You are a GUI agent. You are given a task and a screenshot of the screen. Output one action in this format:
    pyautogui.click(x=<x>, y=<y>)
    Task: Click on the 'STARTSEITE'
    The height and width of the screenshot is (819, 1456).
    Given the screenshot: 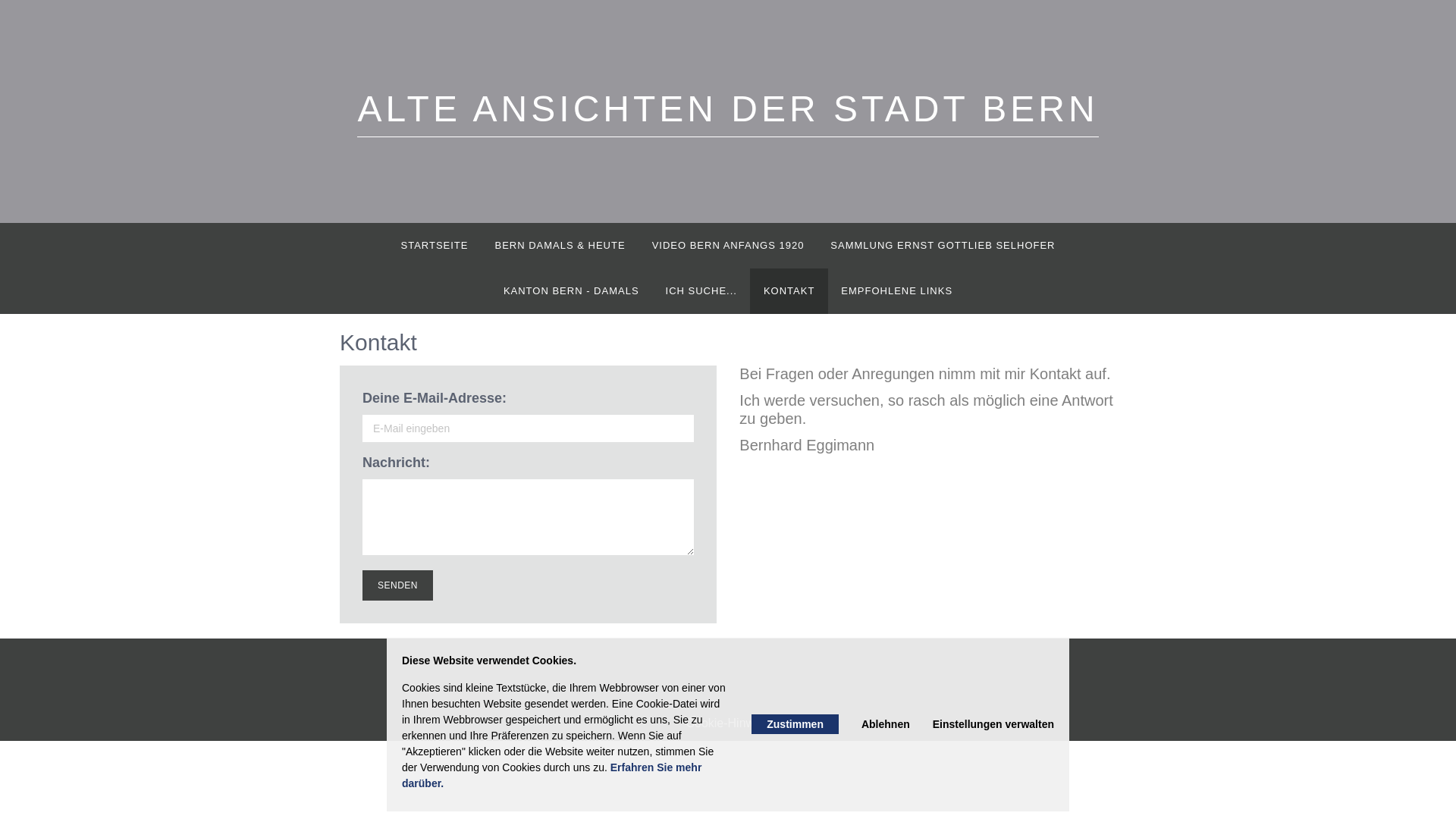 What is the action you would take?
    pyautogui.click(x=433, y=245)
    